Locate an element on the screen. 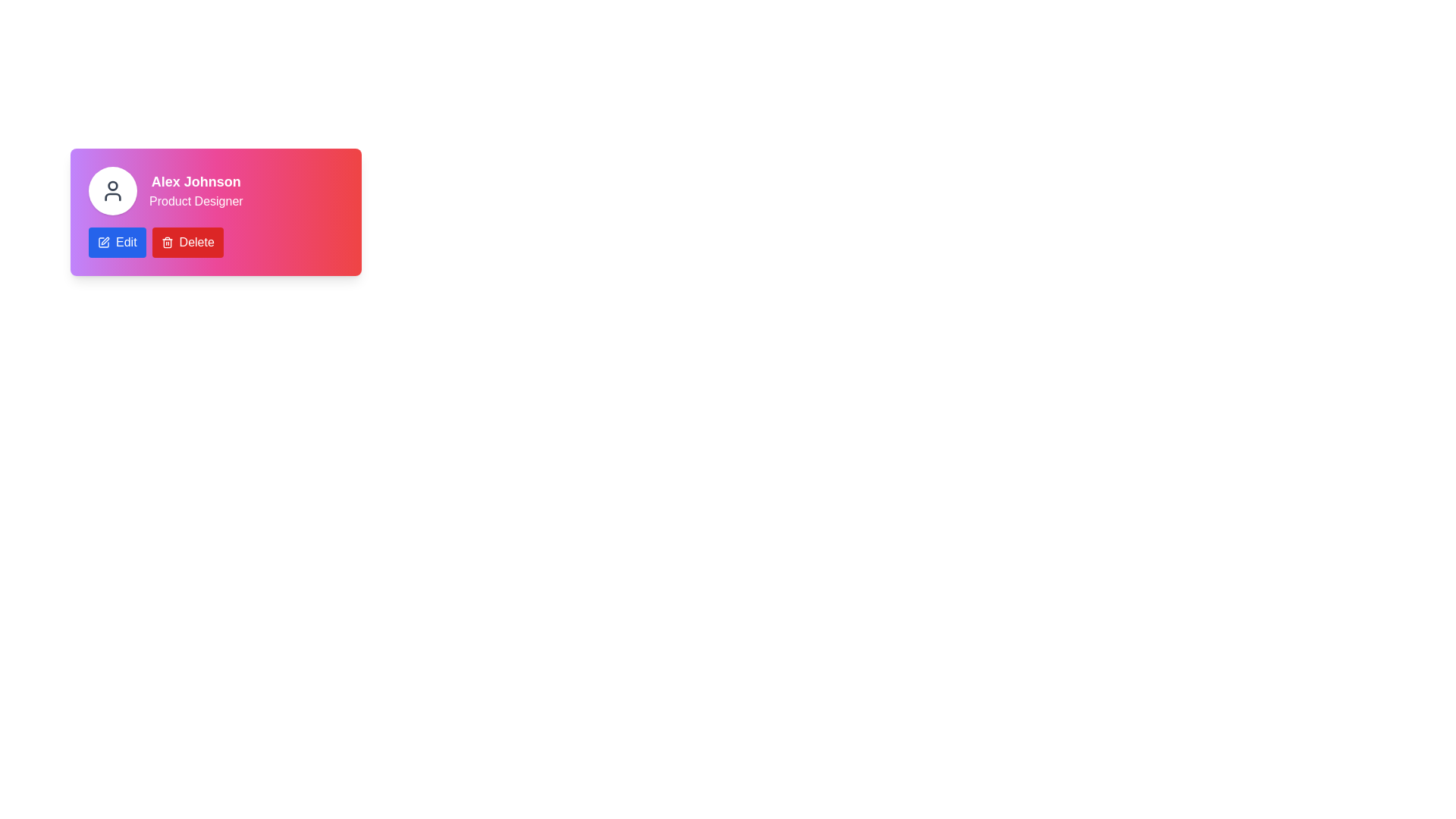 This screenshot has width=1456, height=819. the user profile icon located at the top-left portion of the card for potential interactions associated with the profile of 'Alex Johnson' is located at coordinates (111, 190).